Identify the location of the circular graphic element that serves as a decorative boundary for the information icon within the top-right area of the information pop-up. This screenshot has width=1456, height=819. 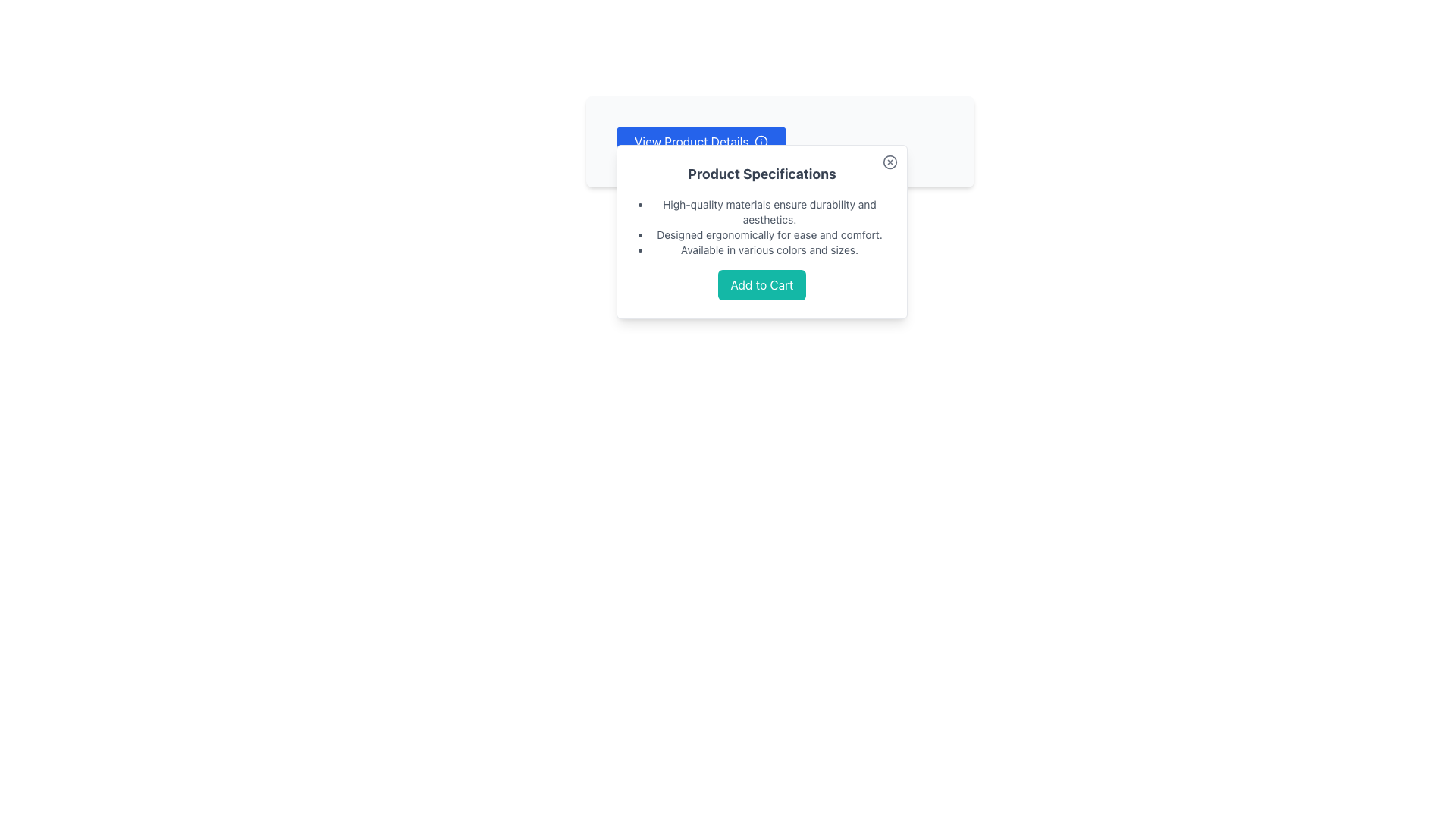
(761, 141).